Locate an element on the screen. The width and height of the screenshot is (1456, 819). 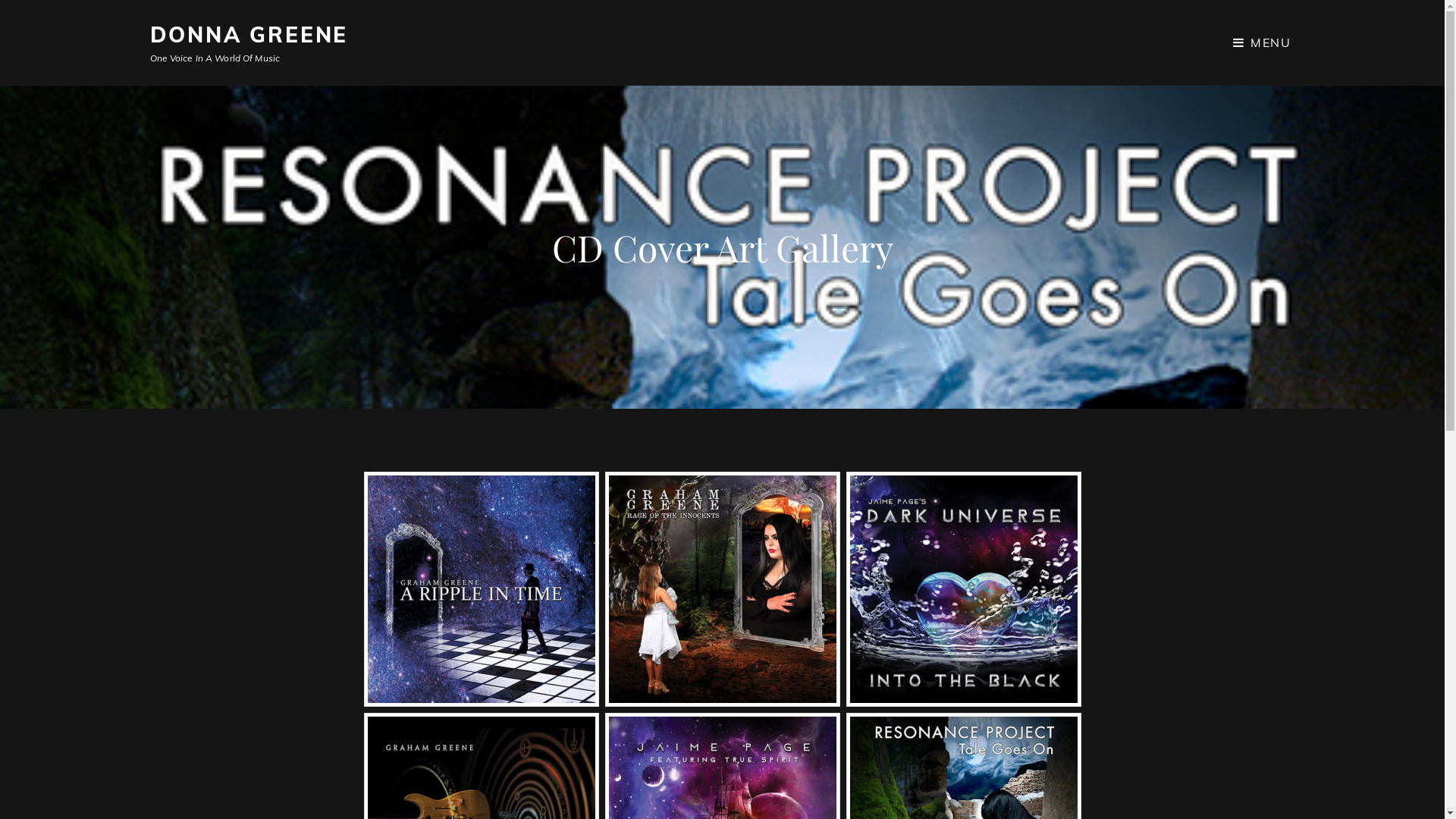
'DONNA GREENE' is located at coordinates (249, 34).